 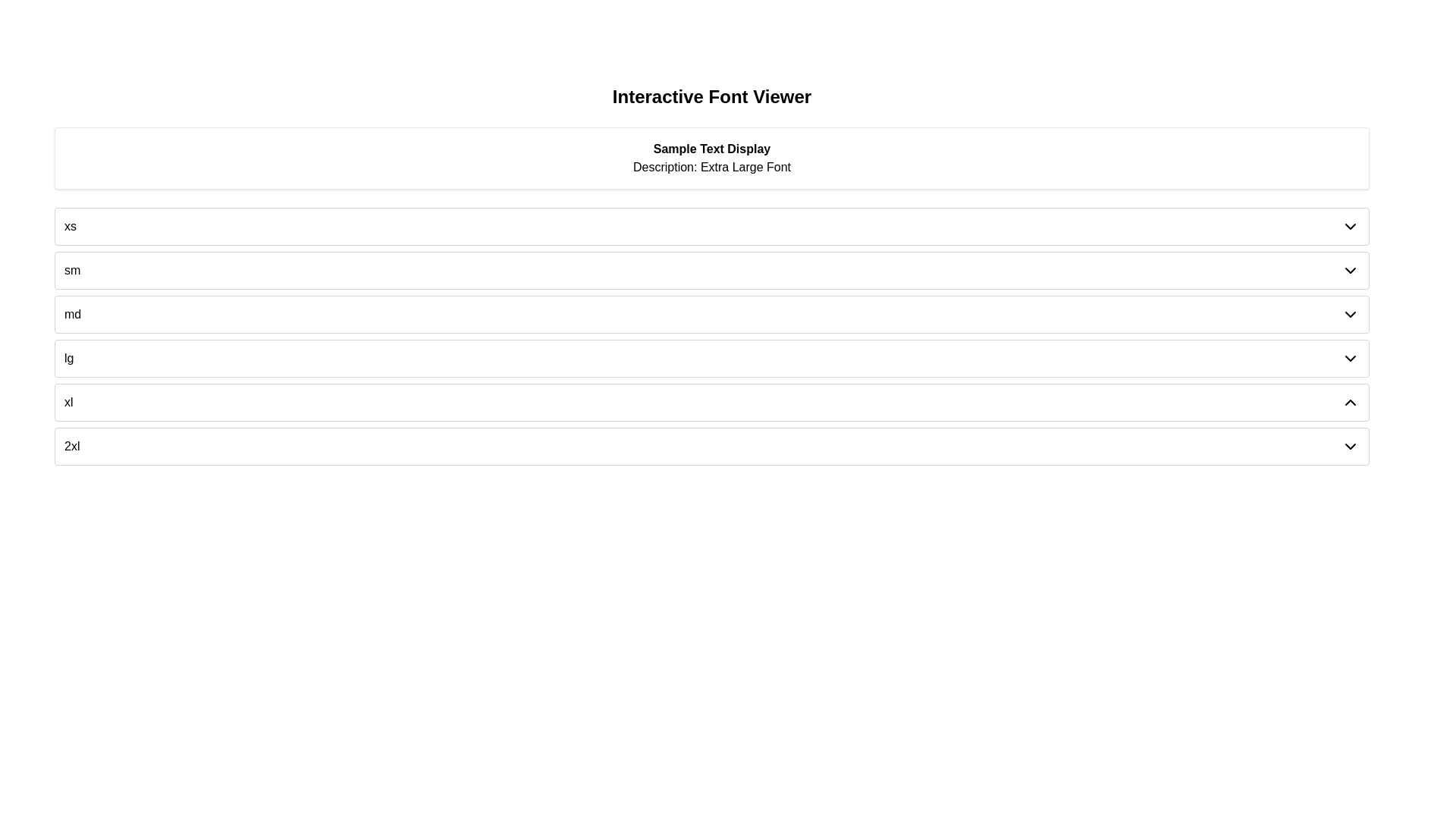 What do you see at coordinates (1350, 359) in the screenshot?
I see `the icon located in the dropdown row labeled 'lg' towards the right end` at bounding box center [1350, 359].